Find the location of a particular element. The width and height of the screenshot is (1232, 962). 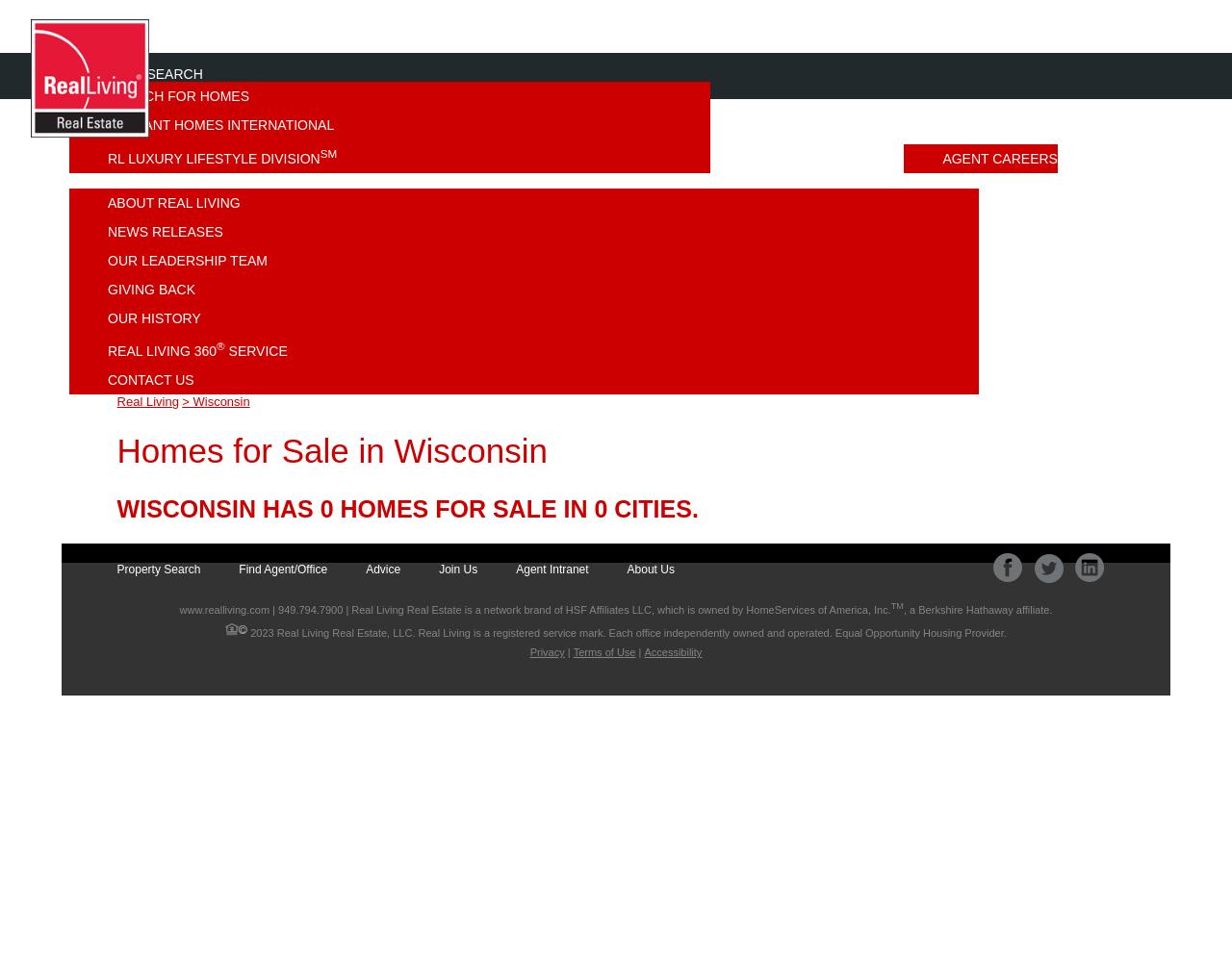

'SM' is located at coordinates (327, 153).